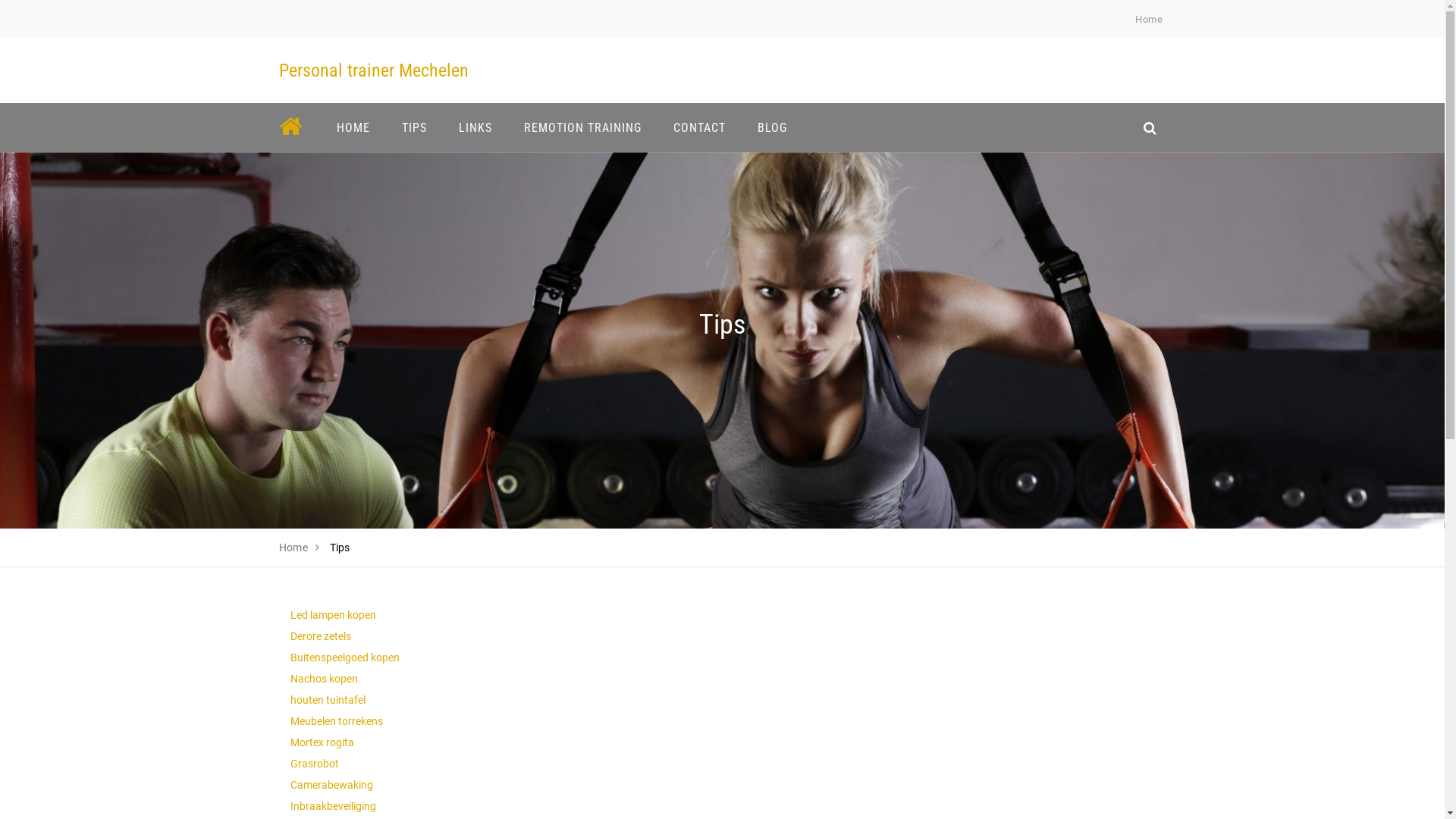 The height and width of the screenshot is (819, 1456). What do you see at coordinates (413, 127) in the screenshot?
I see `'TIPS'` at bounding box center [413, 127].